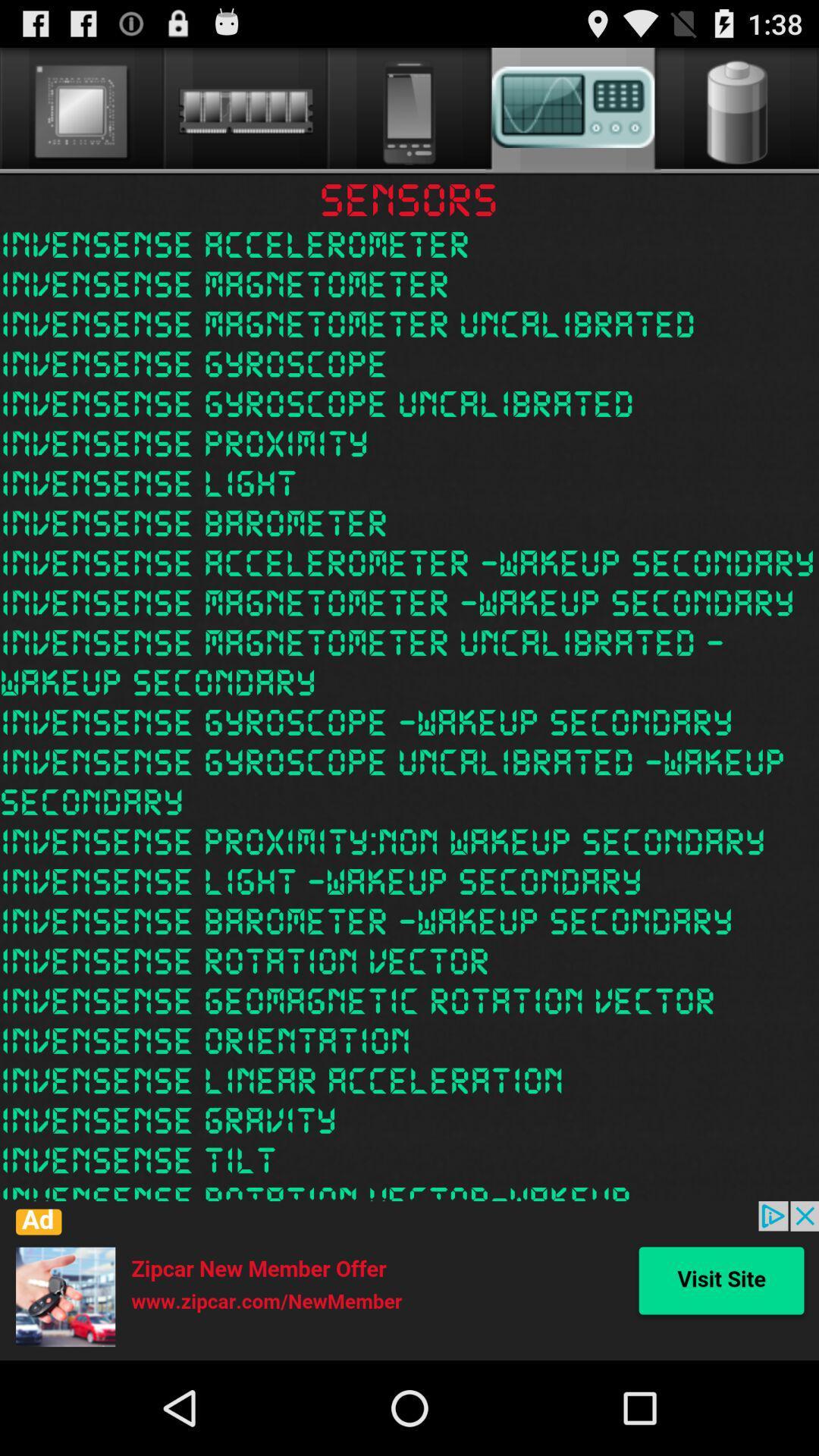  What do you see at coordinates (409, 1280) in the screenshot?
I see `advertise a website` at bounding box center [409, 1280].